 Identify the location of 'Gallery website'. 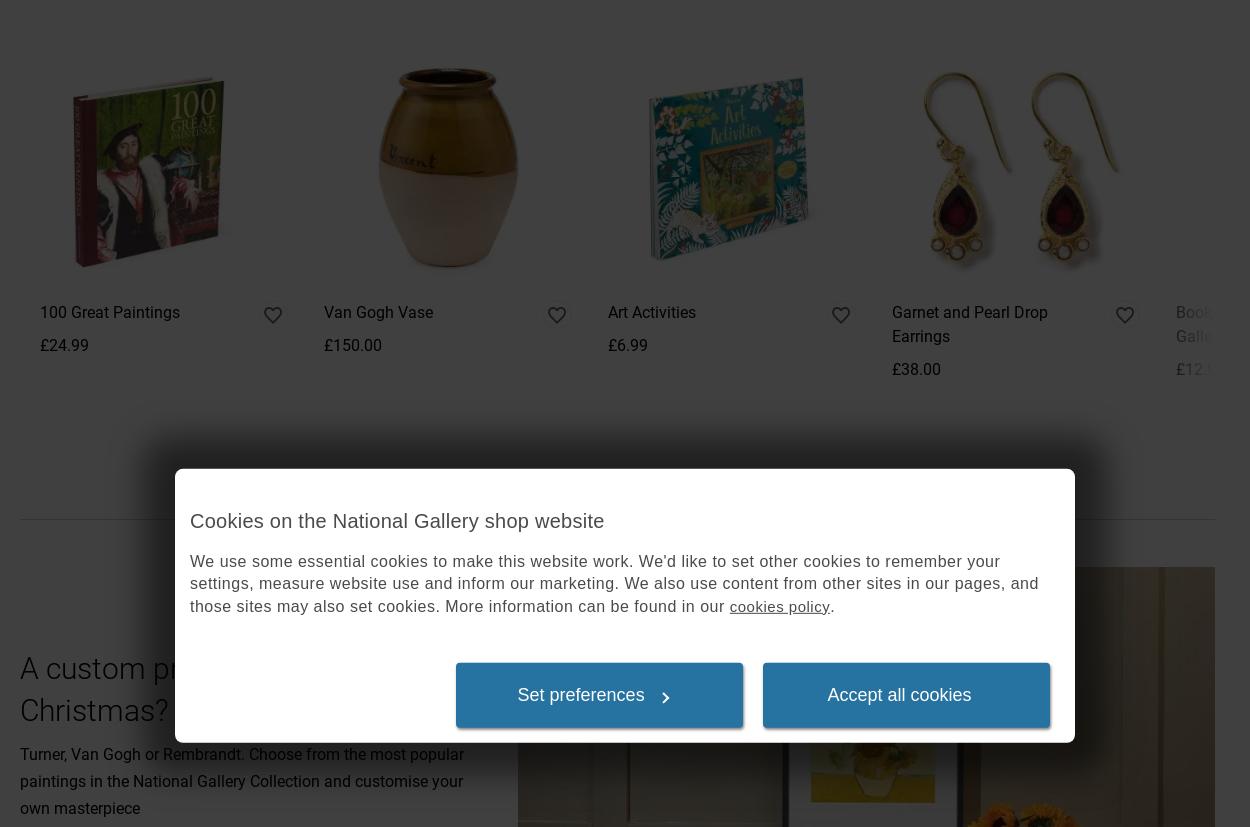
(476, 169).